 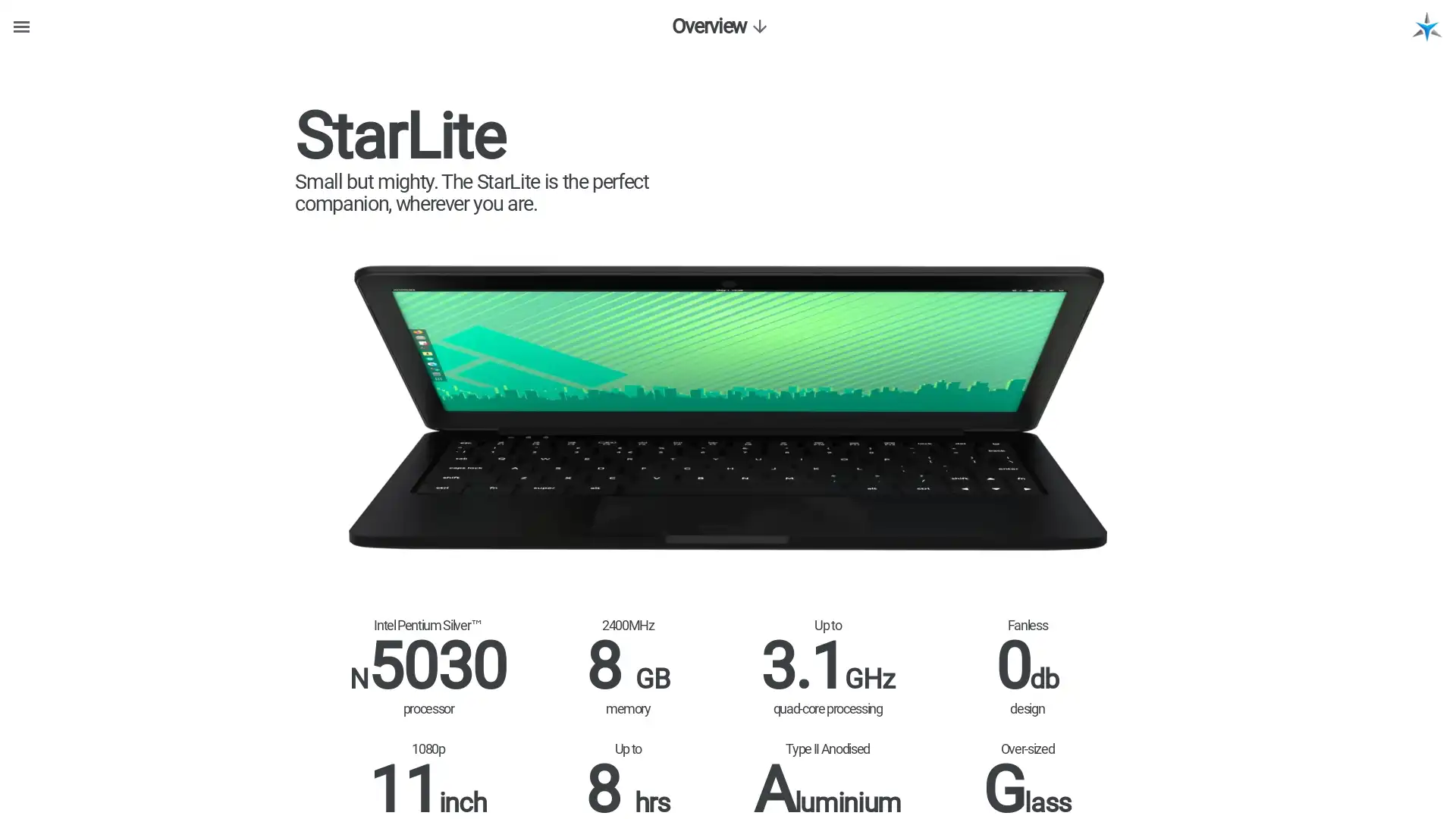 What do you see at coordinates (1416, 720) in the screenshot?
I see `Chat widget toggle` at bounding box center [1416, 720].